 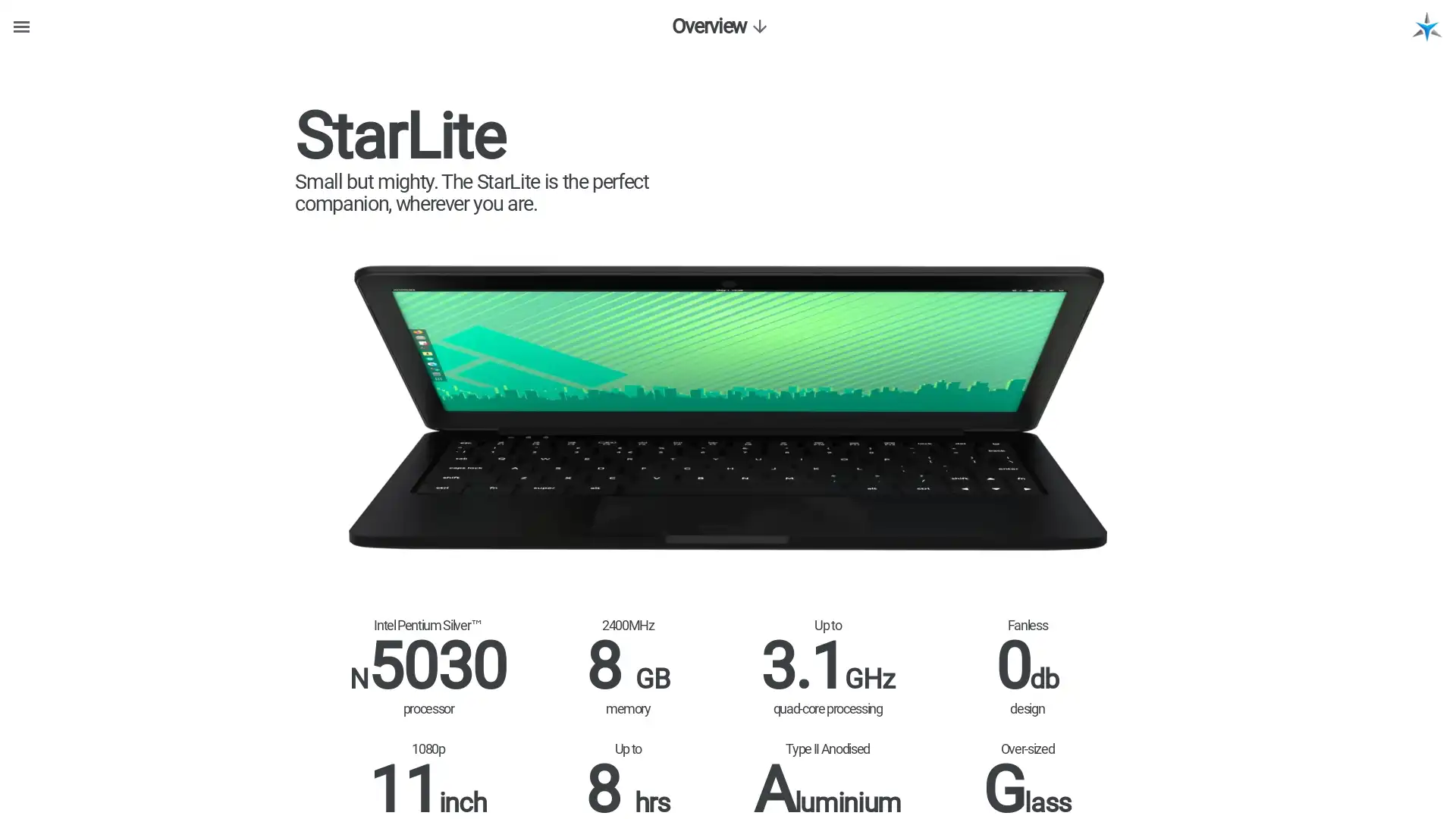 What do you see at coordinates (1416, 720) in the screenshot?
I see `Chat widget toggle` at bounding box center [1416, 720].